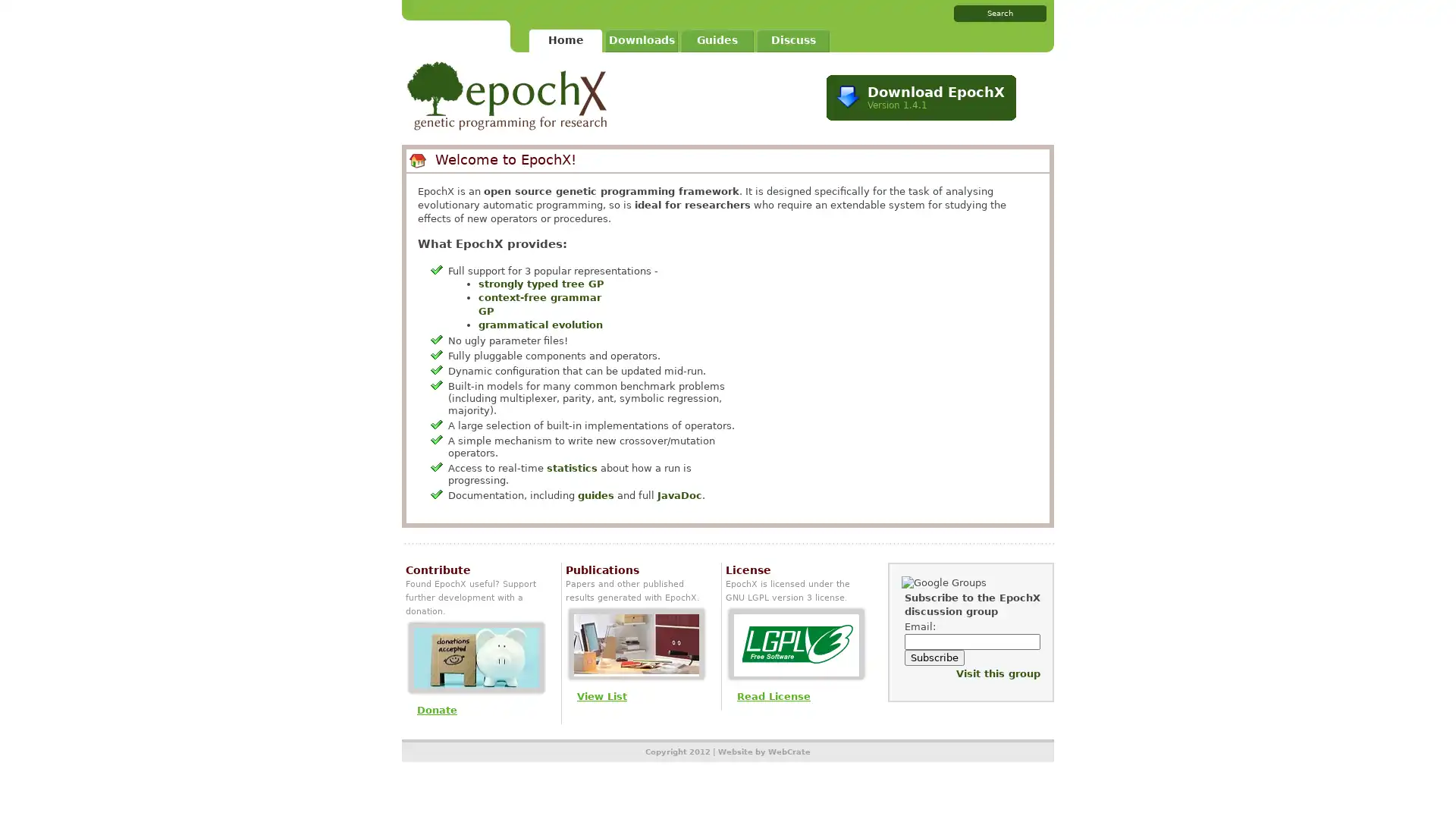  I want to click on Subscribe, so click(934, 657).